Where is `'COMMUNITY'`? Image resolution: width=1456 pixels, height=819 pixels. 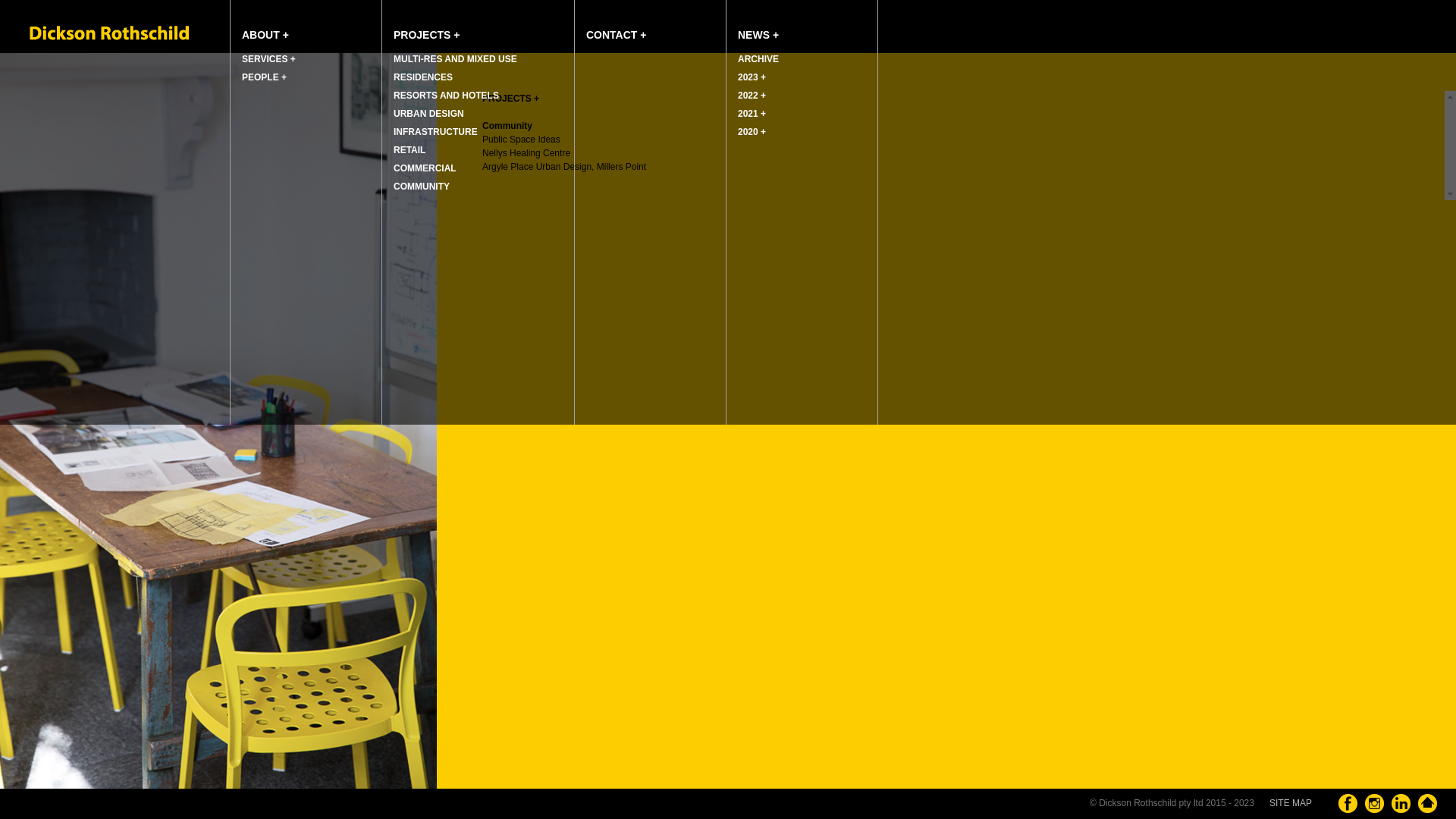
'COMMUNITY' is located at coordinates (477, 186).